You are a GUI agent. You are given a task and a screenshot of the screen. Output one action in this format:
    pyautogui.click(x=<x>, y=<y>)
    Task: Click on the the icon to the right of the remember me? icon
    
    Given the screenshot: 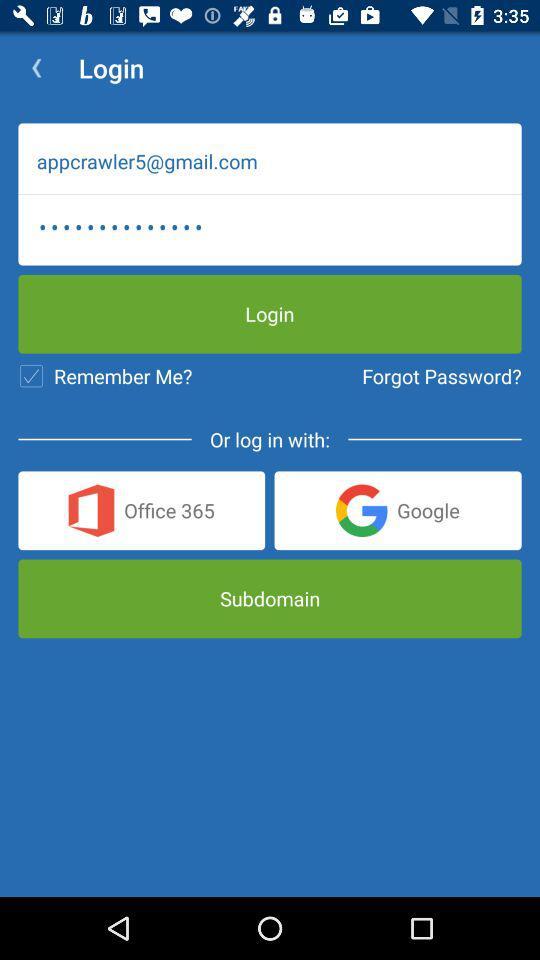 What is the action you would take?
    pyautogui.click(x=441, y=375)
    